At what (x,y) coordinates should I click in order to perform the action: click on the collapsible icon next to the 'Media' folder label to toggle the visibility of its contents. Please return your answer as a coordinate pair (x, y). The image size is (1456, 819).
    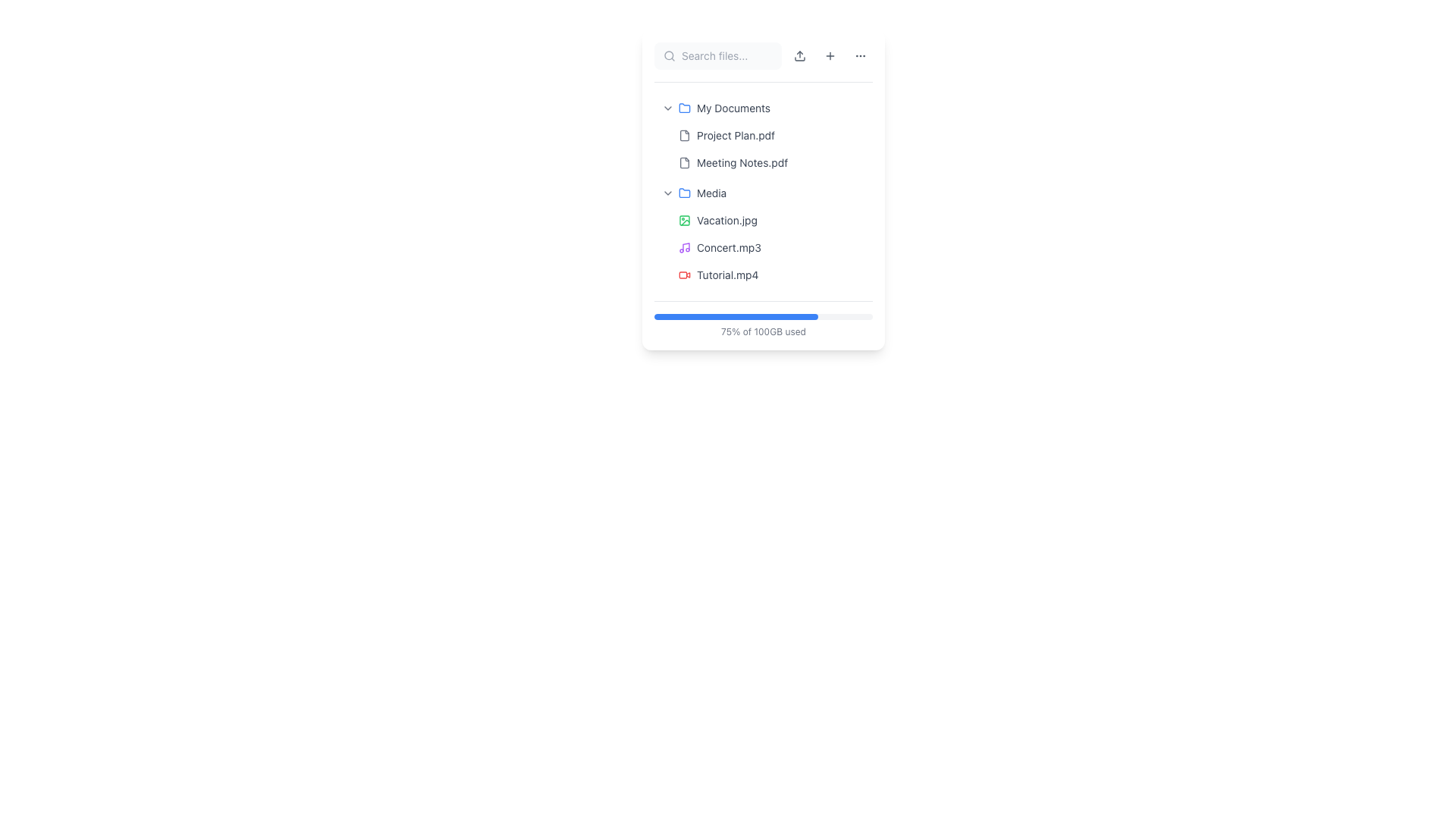
    Looking at the image, I should click on (667, 192).